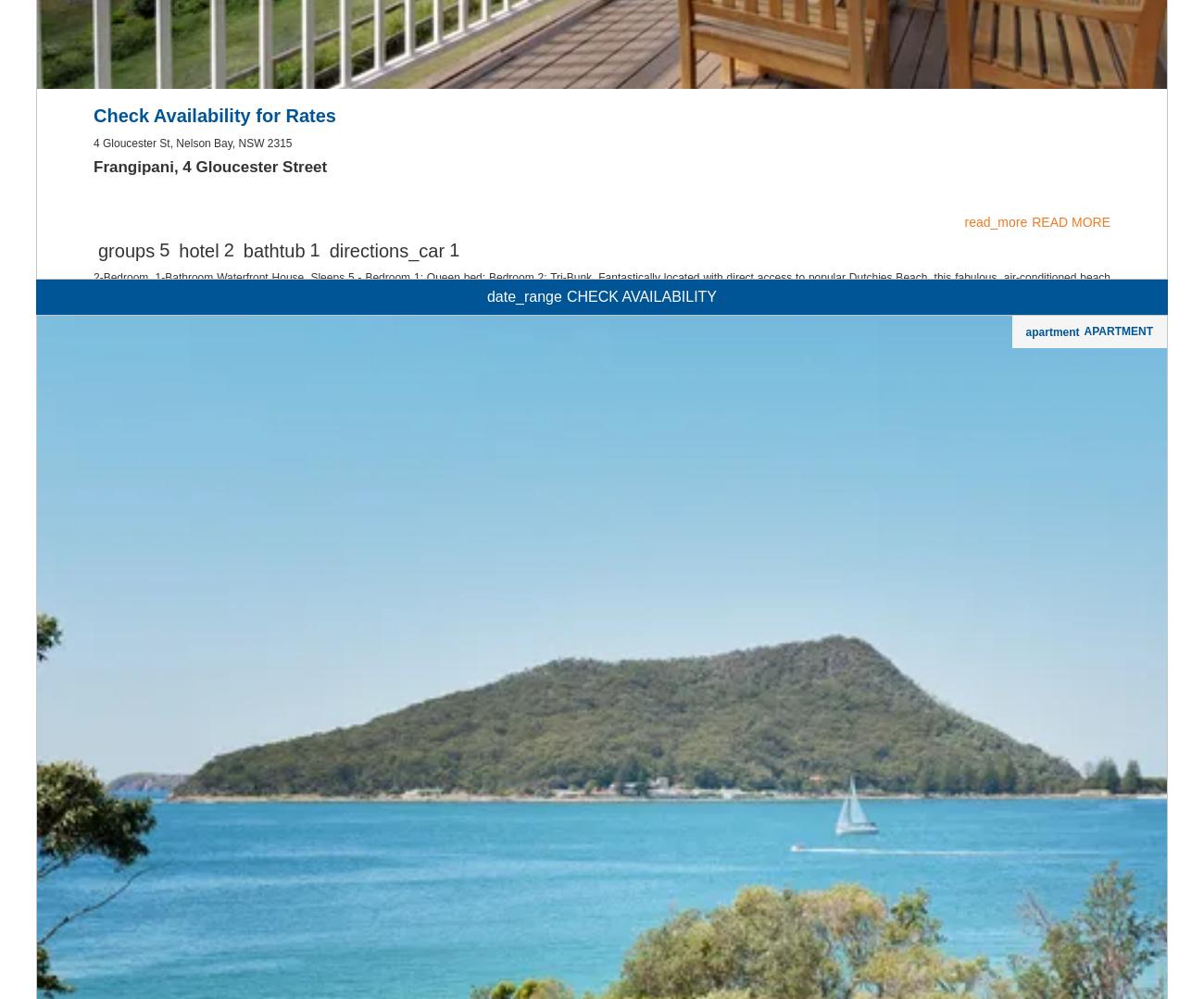 The height and width of the screenshot is (999, 1204). Describe the element at coordinates (100, 206) in the screenshot. I see `'Port Stephens'` at that location.